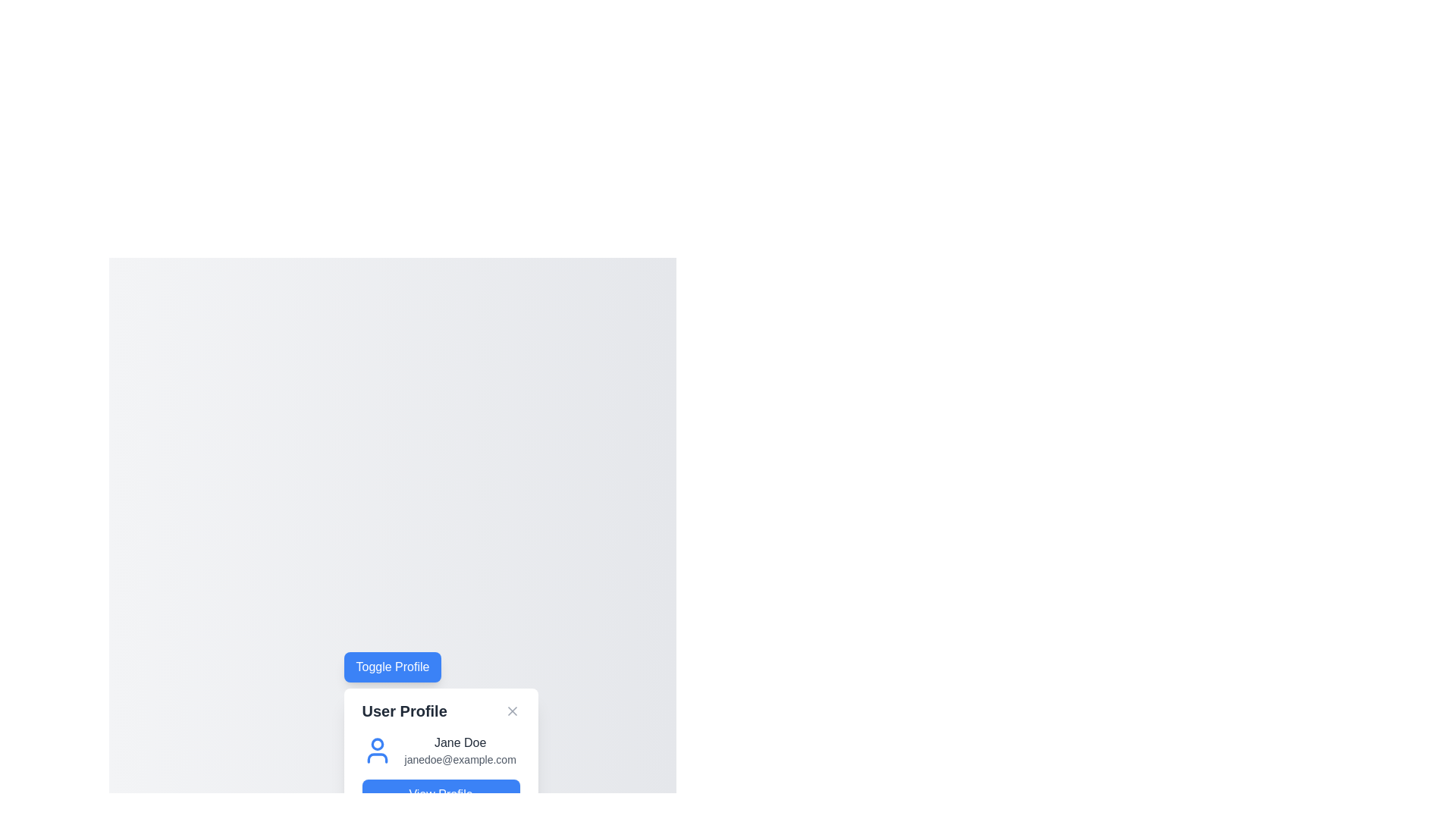  I want to click on the 'View Profile' button, which is a rectangular button with rounded corners and a blue background located at the bottom-right corner of the card interface, so click(440, 794).